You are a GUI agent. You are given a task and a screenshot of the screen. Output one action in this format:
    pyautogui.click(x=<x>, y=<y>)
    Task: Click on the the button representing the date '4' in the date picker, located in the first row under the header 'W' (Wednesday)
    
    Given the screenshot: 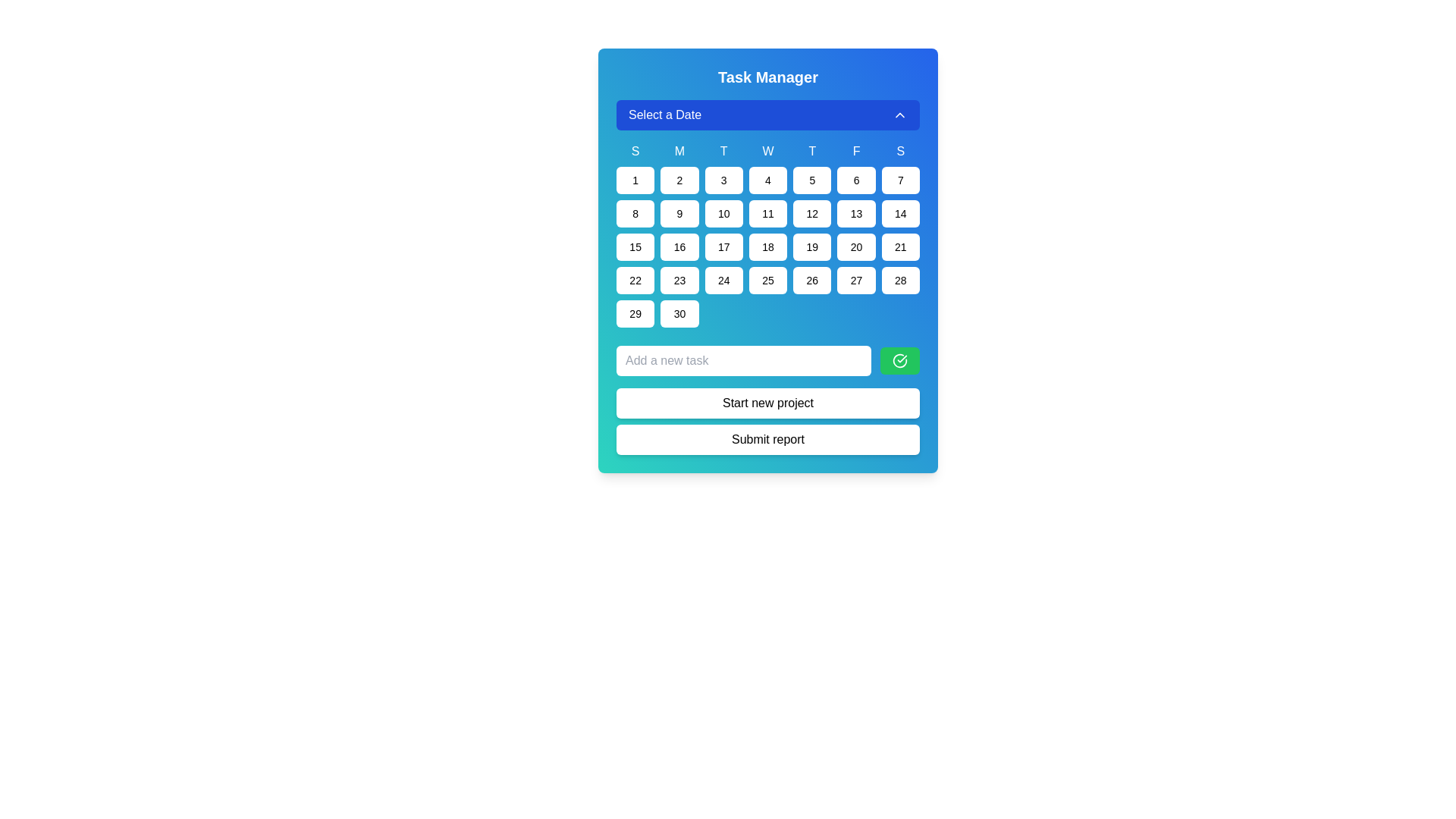 What is the action you would take?
    pyautogui.click(x=767, y=180)
    